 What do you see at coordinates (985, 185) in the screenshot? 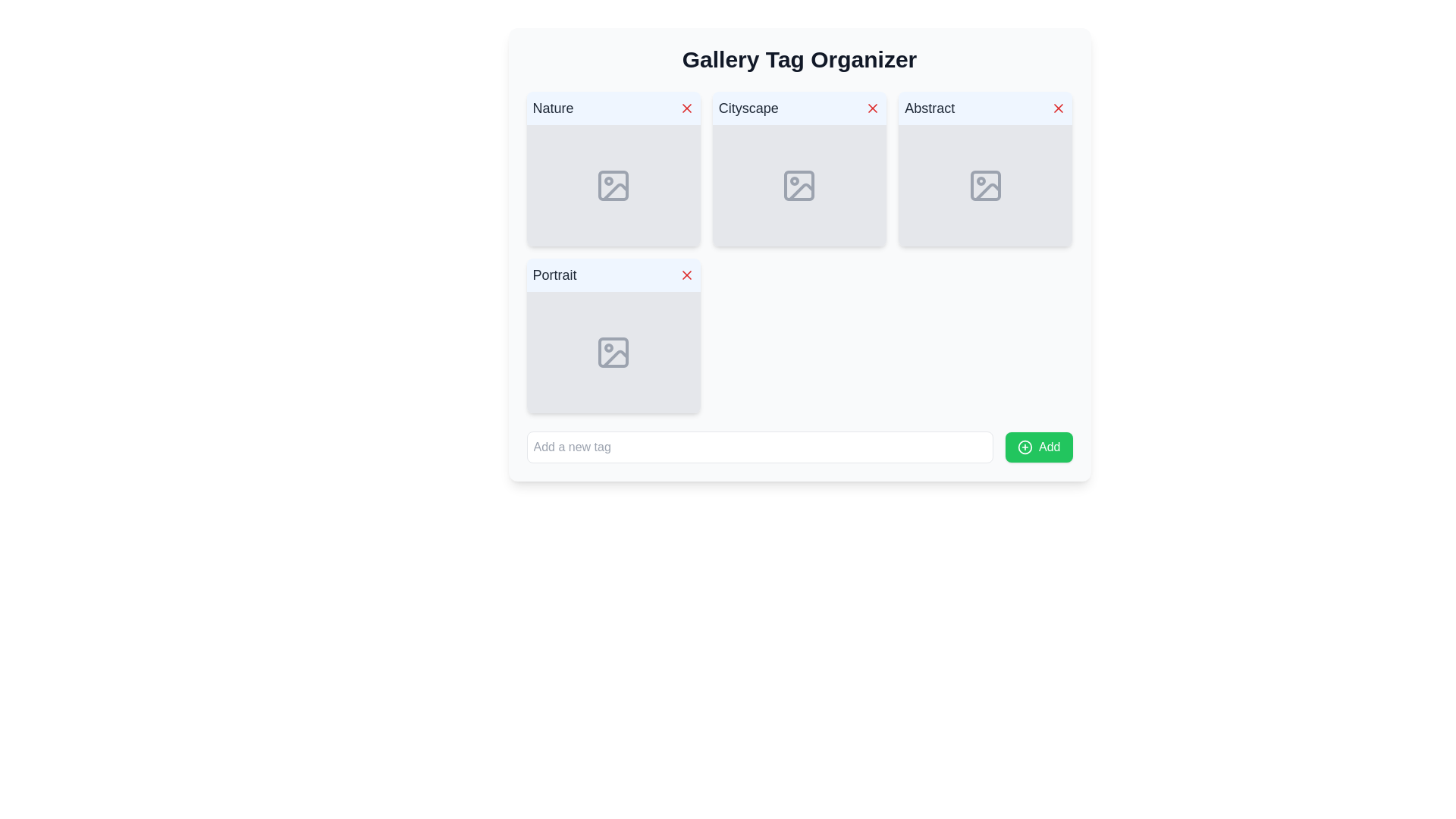
I see `the placeholder icon for media content located in the 'Abstract' section at the top-right of the grid` at bounding box center [985, 185].